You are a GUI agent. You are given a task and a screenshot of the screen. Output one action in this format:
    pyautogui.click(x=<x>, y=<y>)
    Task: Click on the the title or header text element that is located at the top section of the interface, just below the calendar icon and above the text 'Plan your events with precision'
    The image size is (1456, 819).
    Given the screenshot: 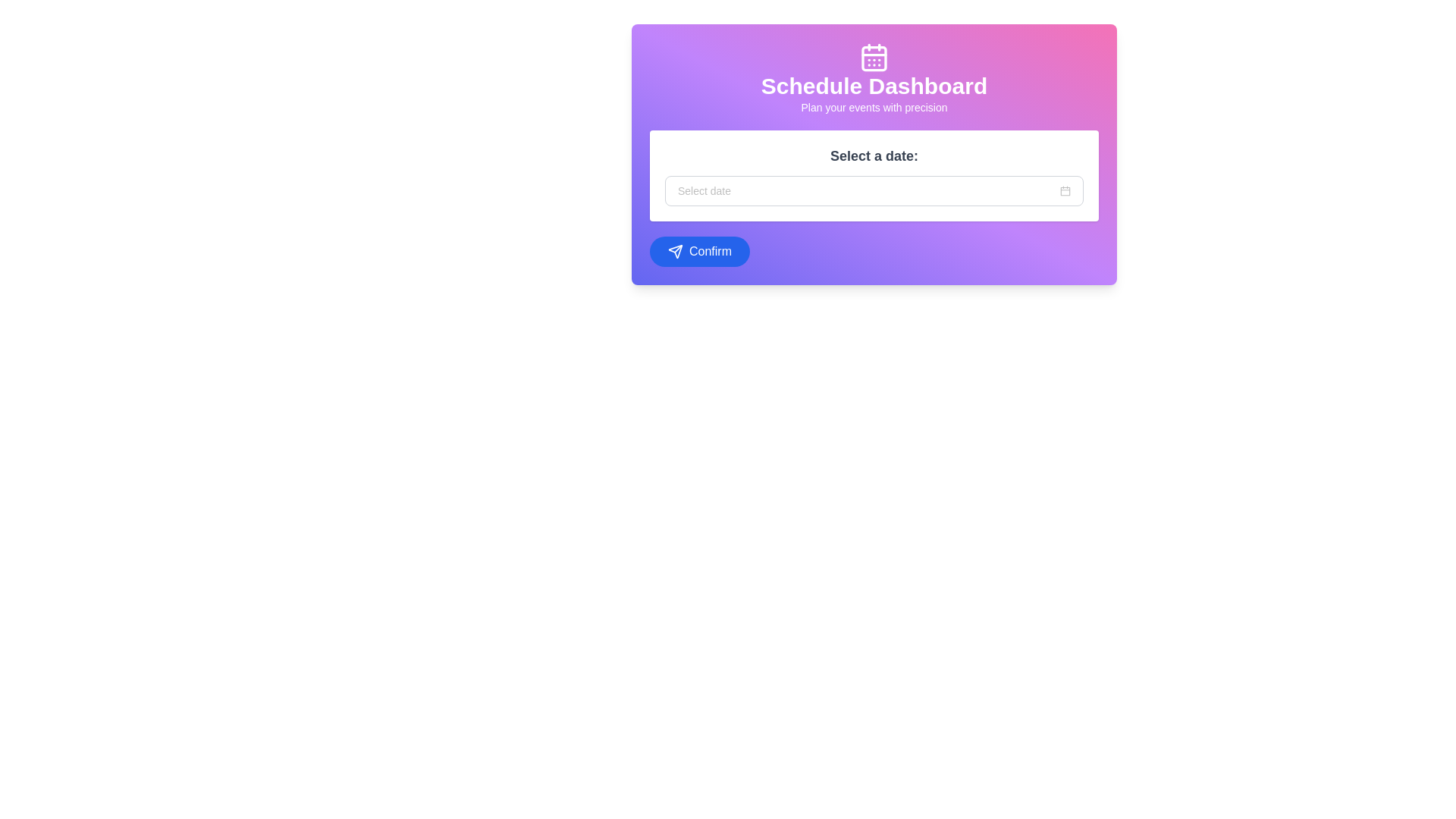 What is the action you would take?
    pyautogui.click(x=874, y=86)
    